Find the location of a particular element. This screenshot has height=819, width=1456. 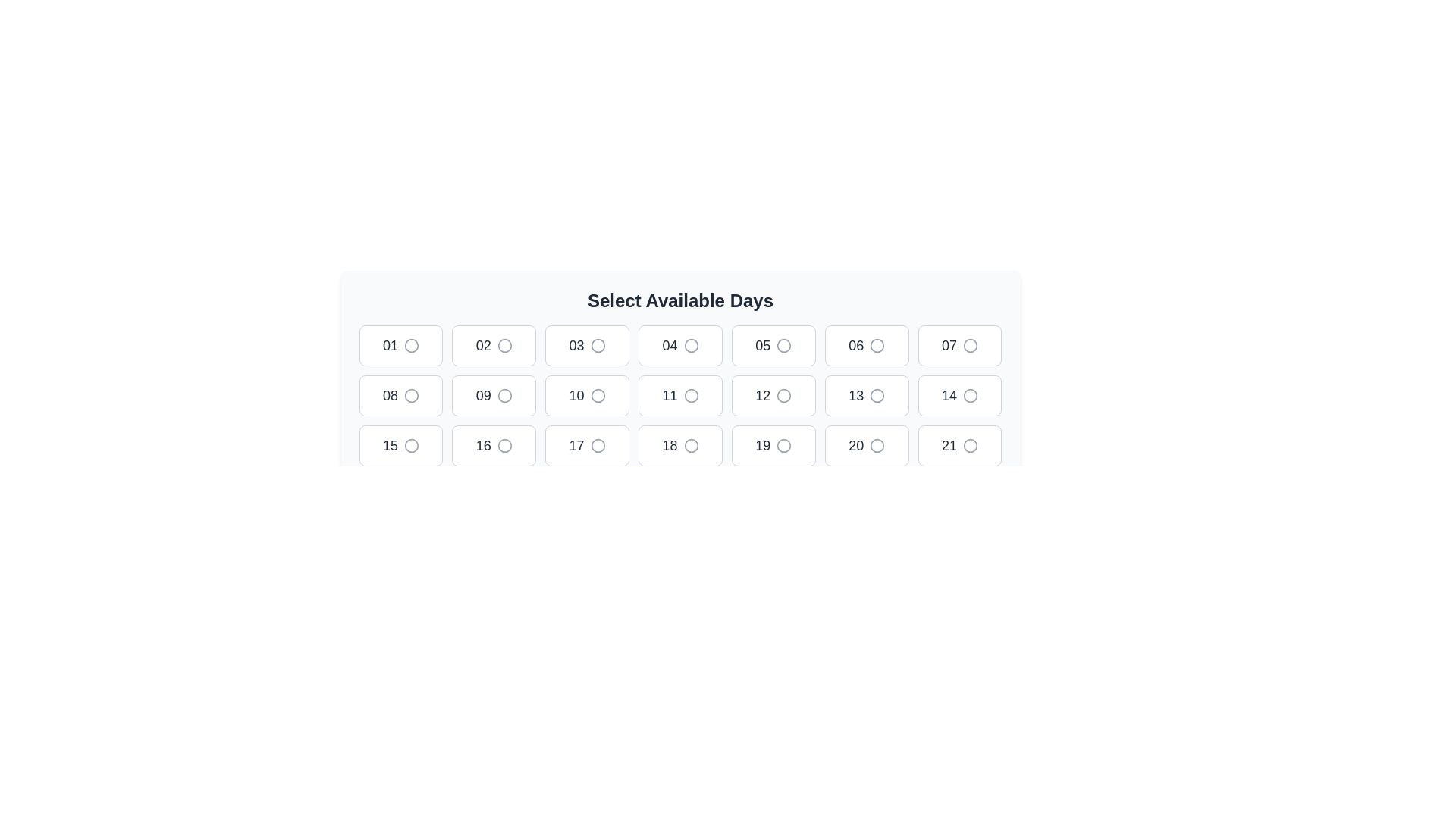

the Text Label representing the day labeled '05' within the 'Select Available Days' section is located at coordinates (763, 345).